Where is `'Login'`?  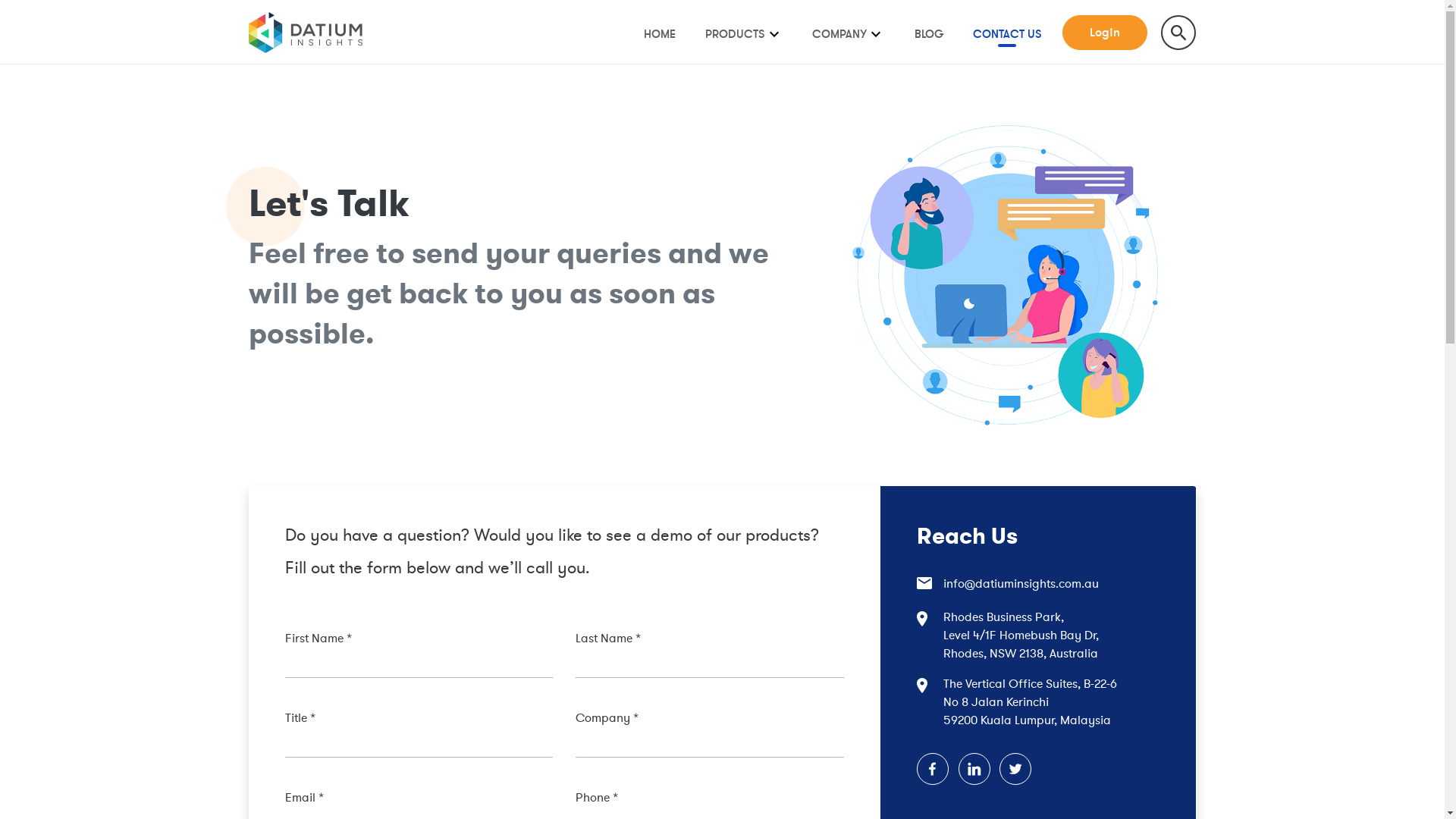
'Login' is located at coordinates (1105, 33).